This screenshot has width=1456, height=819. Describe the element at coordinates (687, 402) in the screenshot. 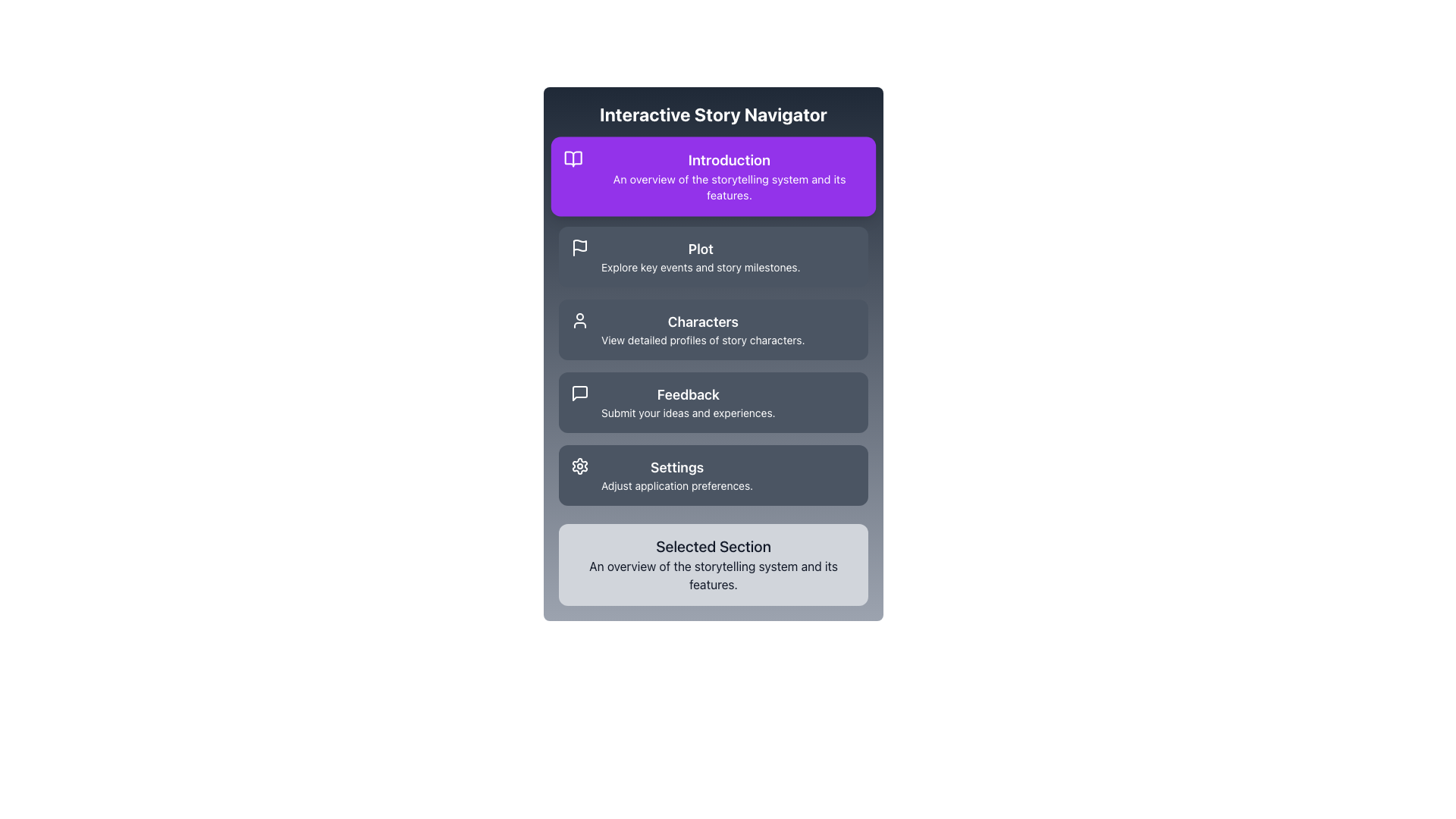

I see `the 'Feedback' text label within the third navigation item of the 'Interactive Story Navigator' menu, which provides supplementary information for user interaction` at that location.